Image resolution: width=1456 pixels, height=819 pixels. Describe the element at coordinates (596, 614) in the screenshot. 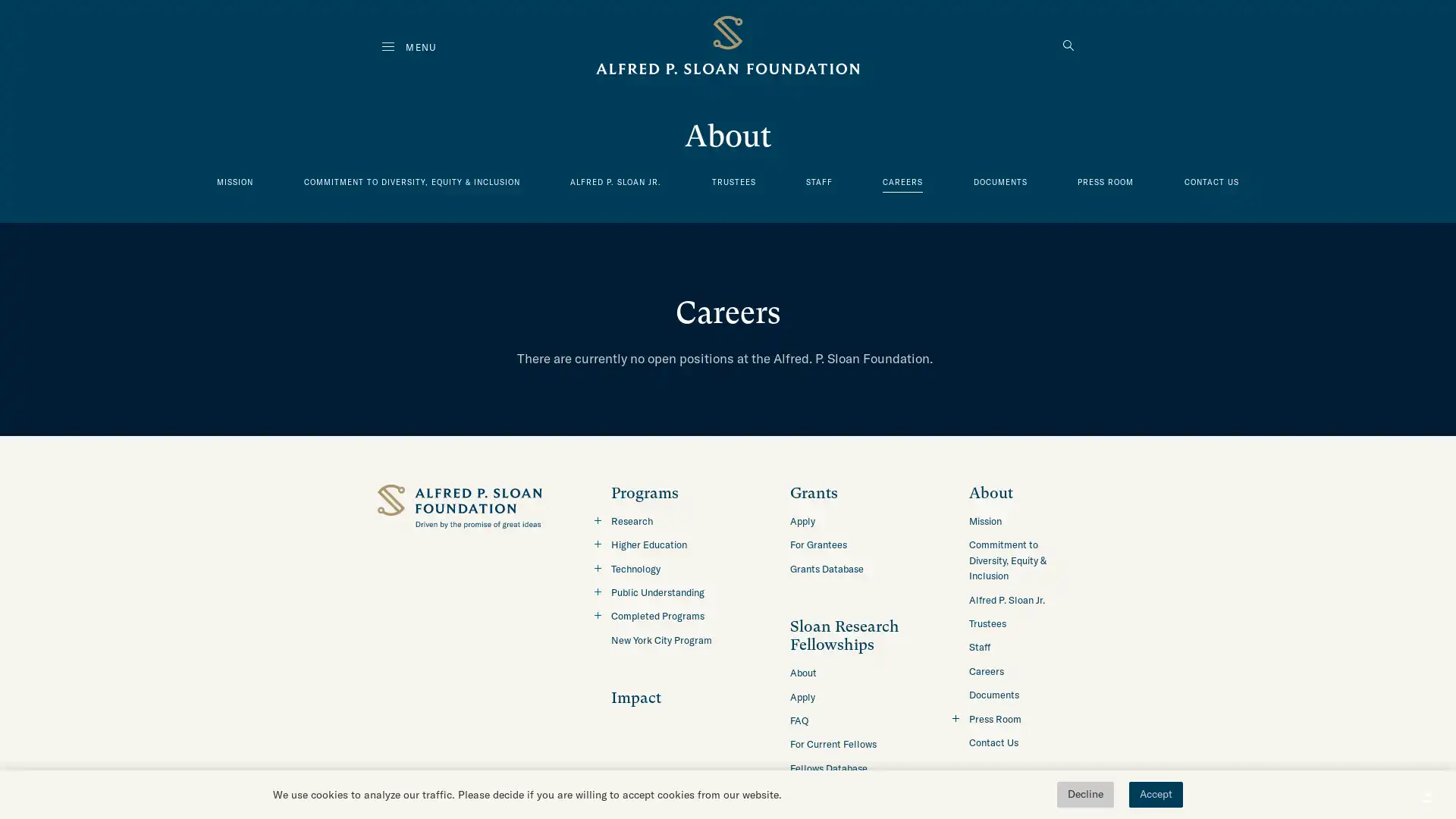

I see `Click to expand this navigation menu` at that location.